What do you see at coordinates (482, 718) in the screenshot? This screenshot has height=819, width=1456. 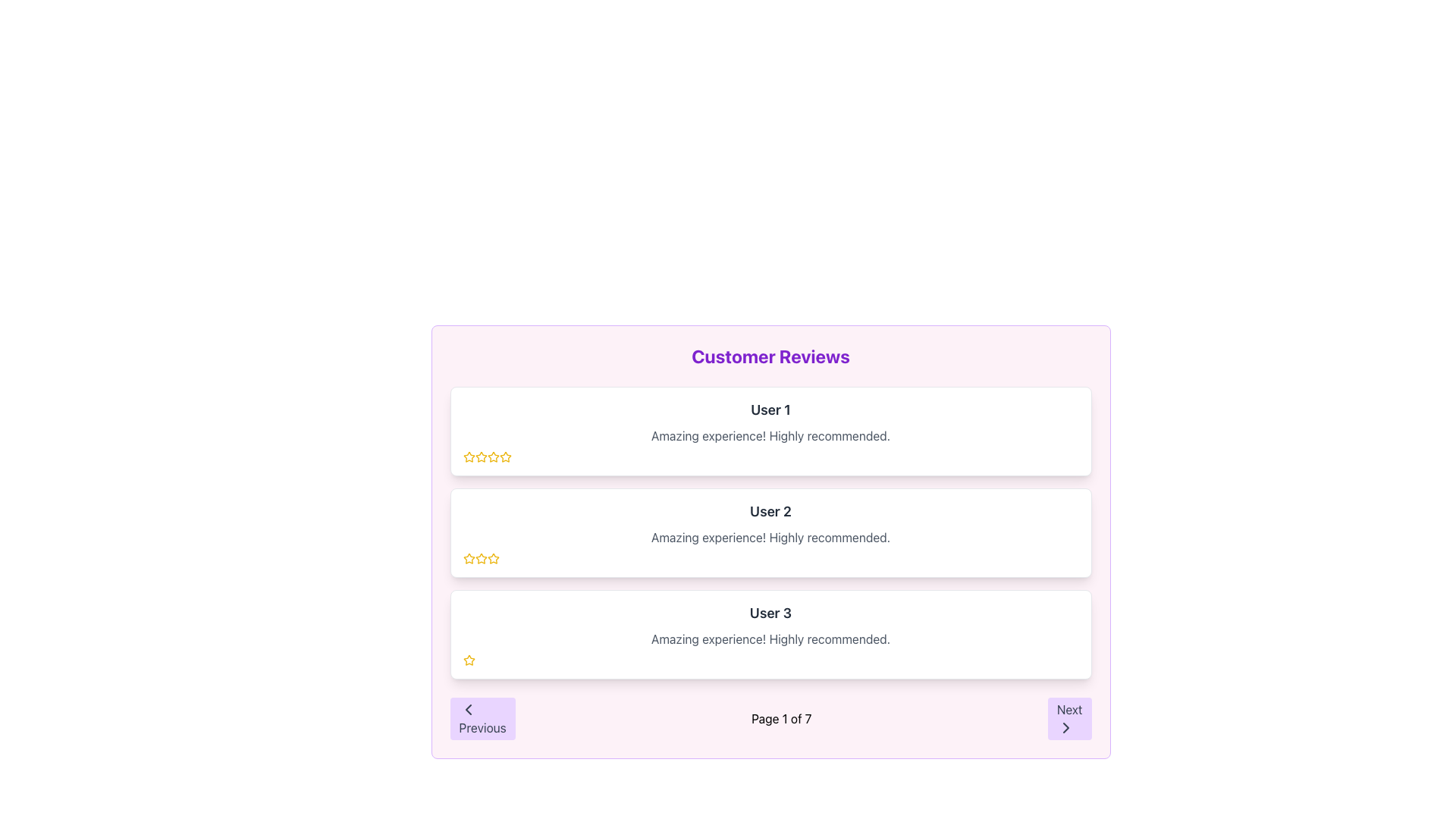 I see `the navigation button that takes the user to the previous page, located at the bottom left of the navigation section, left of 'Page 1 of 7' and horizontally aligned with the 'Next' button, but note that it is currently disabled` at bounding box center [482, 718].